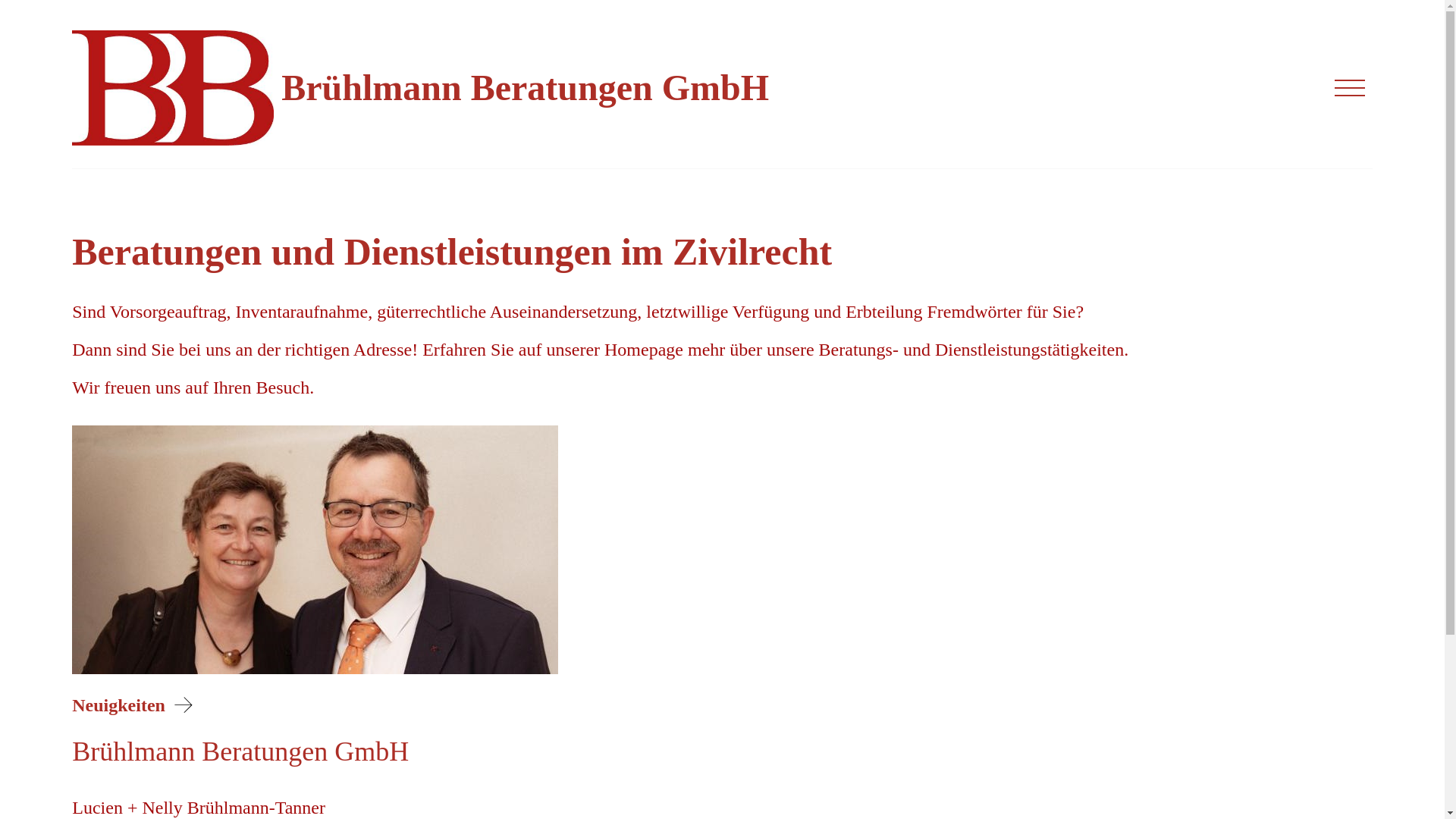 The width and height of the screenshot is (1456, 819). What do you see at coordinates (135, 704) in the screenshot?
I see `'Neuigkeiten'` at bounding box center [135, 704].